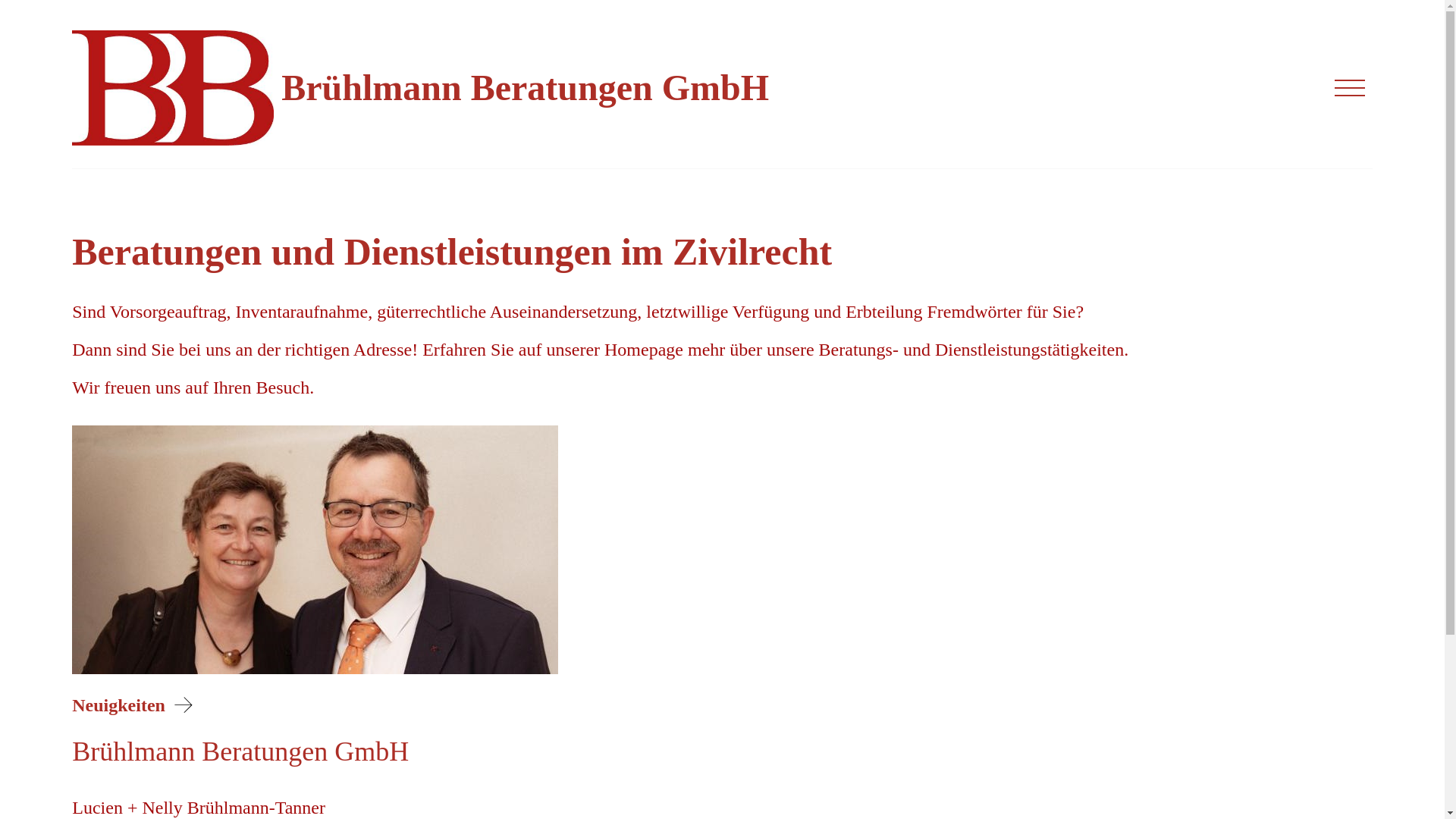 The width and height of the screenshot is (1456, 819). What do you see at coordinates (135, 704) in the screenshot?
I see `'Neuigkeiten'` at bounding box center [135, 704].